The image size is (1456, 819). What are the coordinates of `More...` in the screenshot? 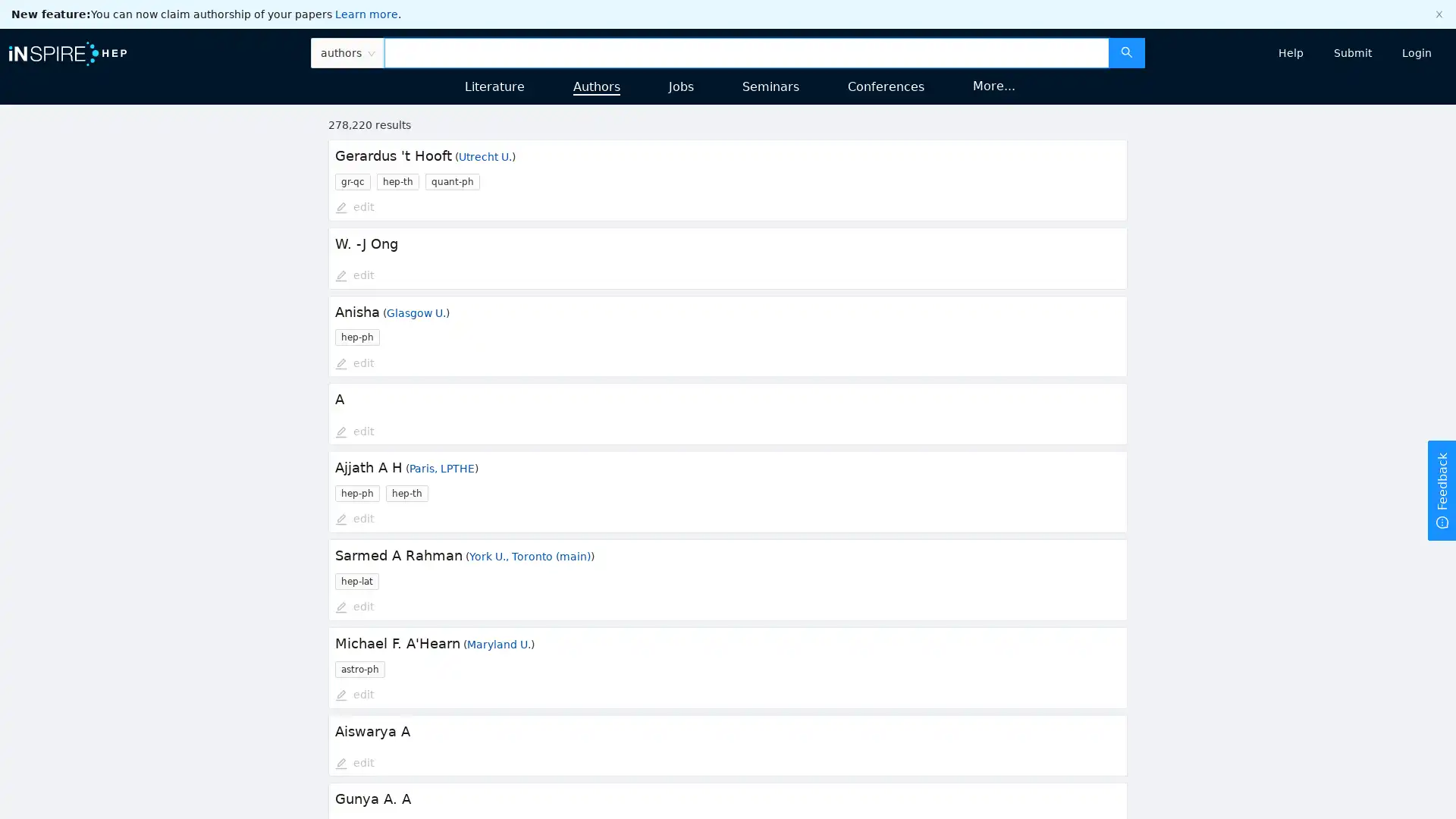 It's located at (993, 85).